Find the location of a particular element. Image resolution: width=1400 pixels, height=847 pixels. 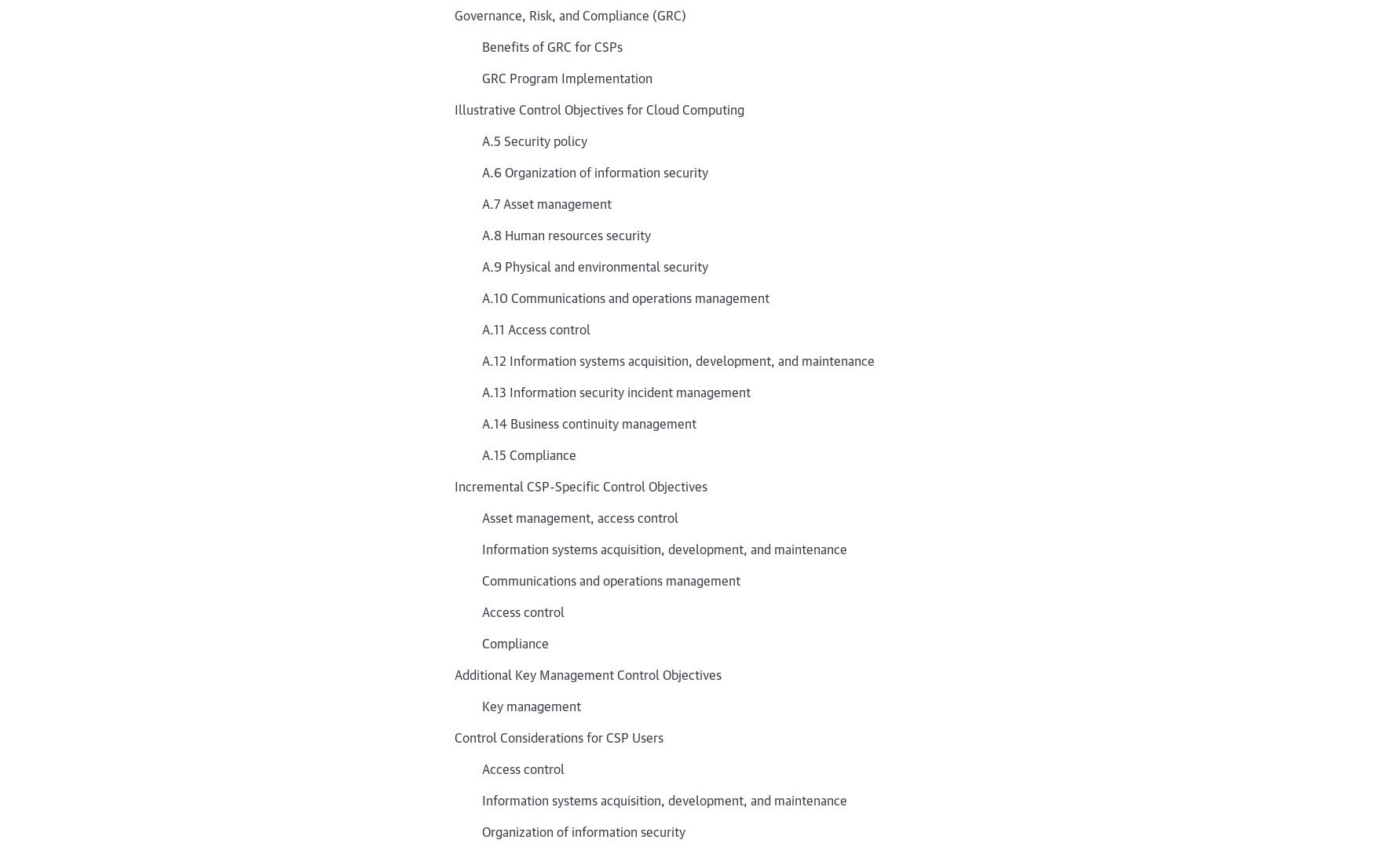

'A.9 Physical and environmental security' is located at coordinates (594, 265).